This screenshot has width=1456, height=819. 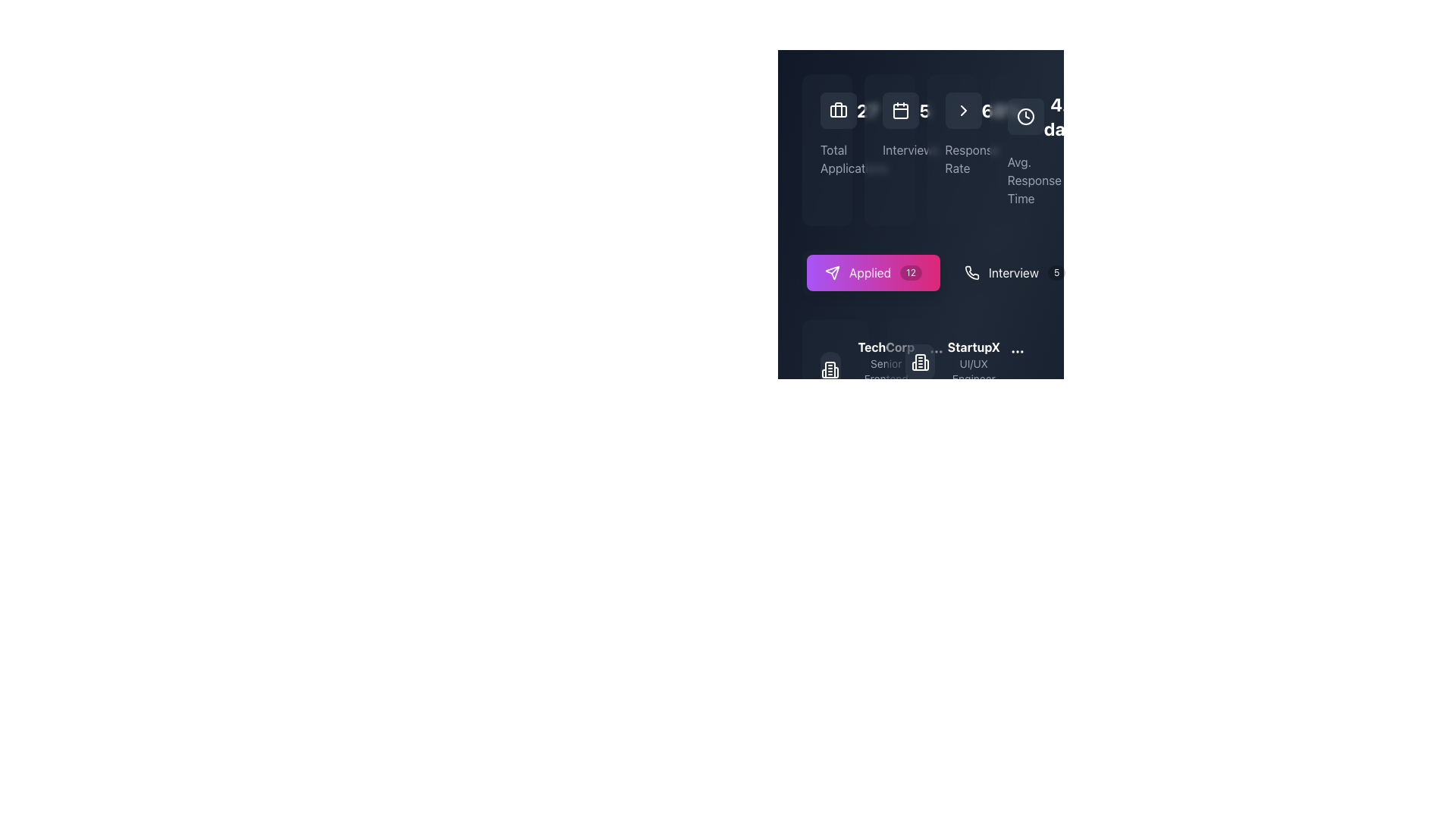 What do you see at coordinates (837, 110) in the screenshot?
I see `the Decorative UI component styled with rounded corners, contained within a briefcase icon located in the top-left corner of the grid displaying summarized statistics` at bounding box center [837, 110].